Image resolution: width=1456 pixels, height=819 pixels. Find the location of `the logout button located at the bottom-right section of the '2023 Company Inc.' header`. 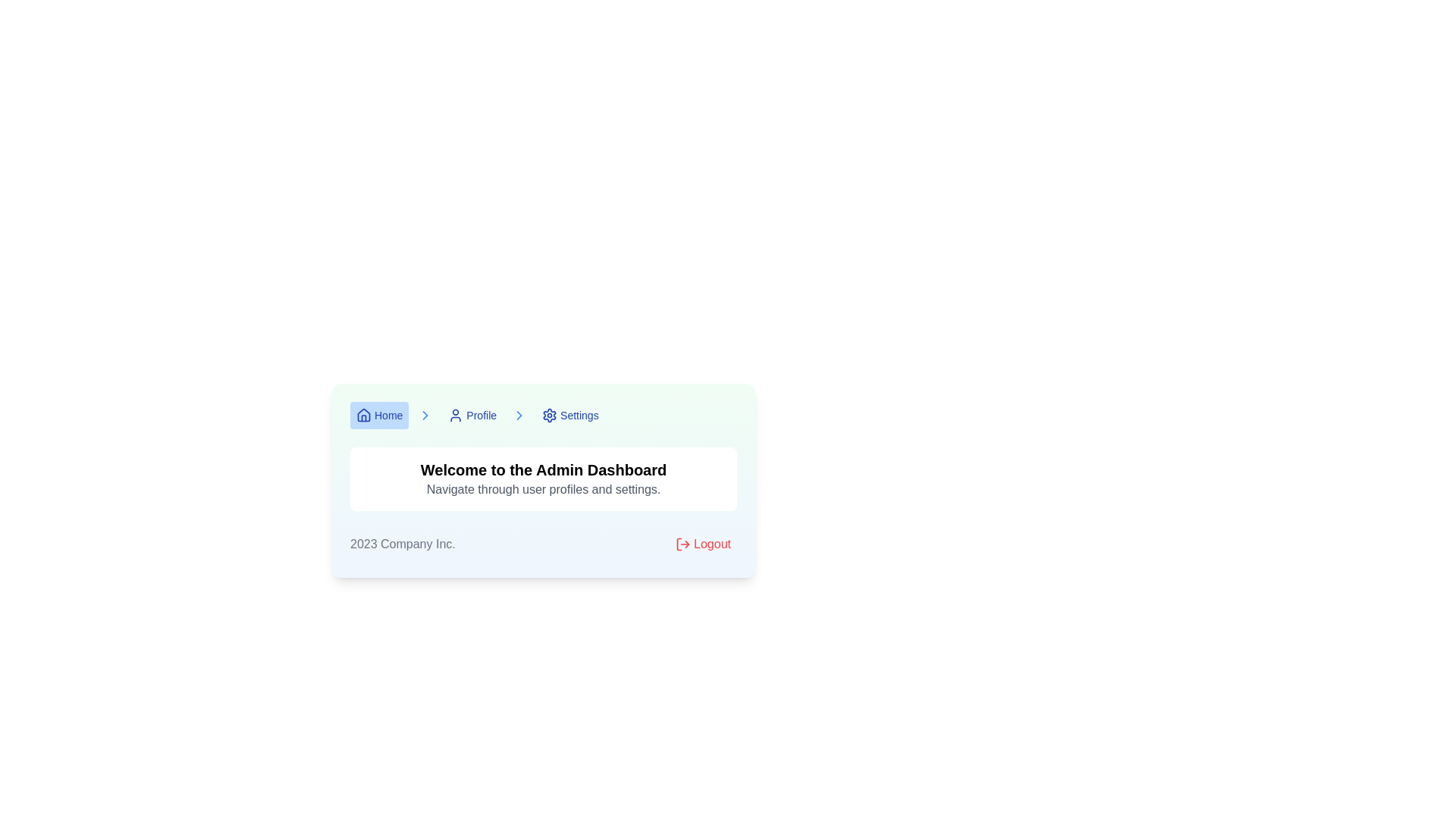

the logout button located at the bottom-right section of the '2023 Company Inc.' header is located at coordinates (702, 543).